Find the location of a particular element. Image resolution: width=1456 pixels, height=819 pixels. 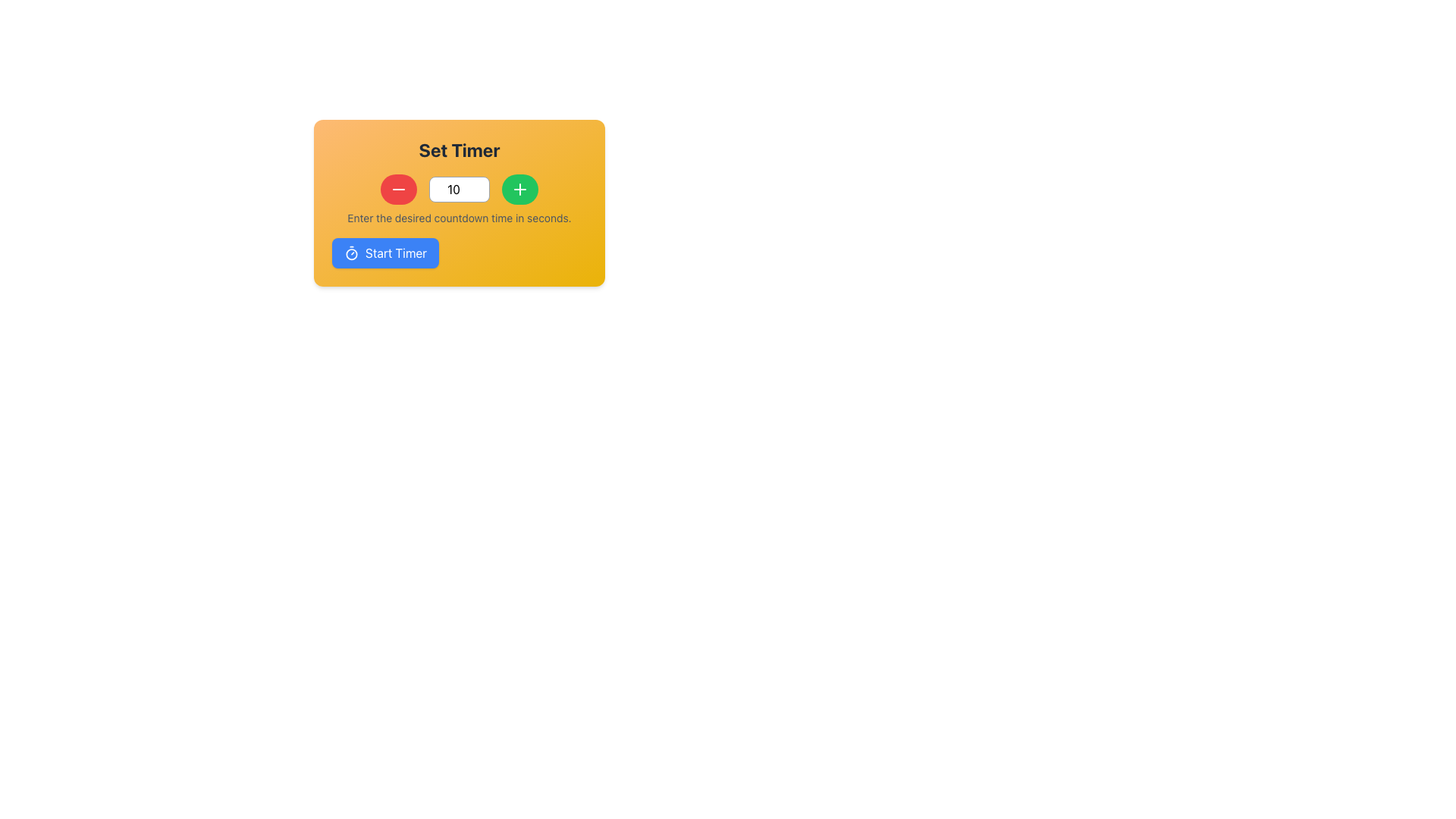

the rectangular blue button labeled 'Start Timer' with a timer icon on the left is located at coordinates (385, 253).